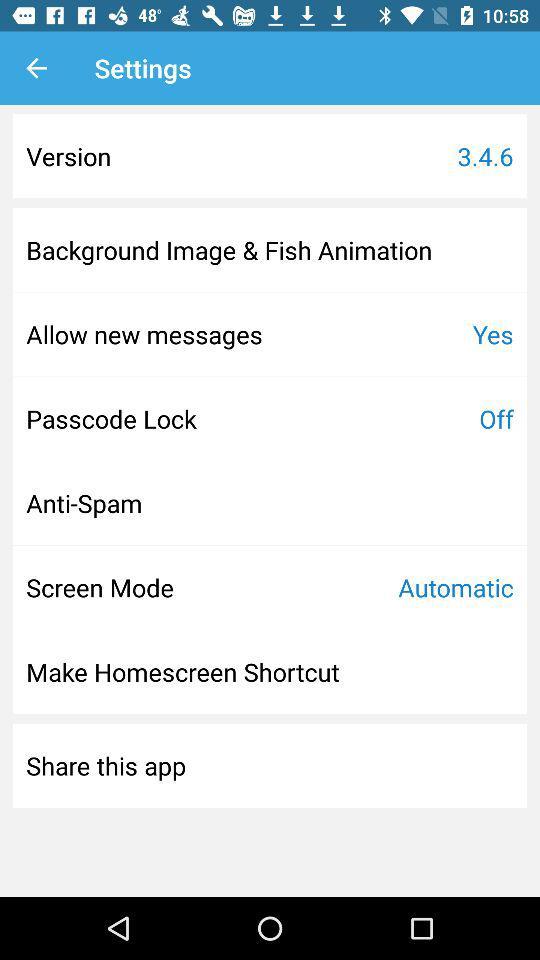  I want to click on allow new messages icon, so click(143, 334).